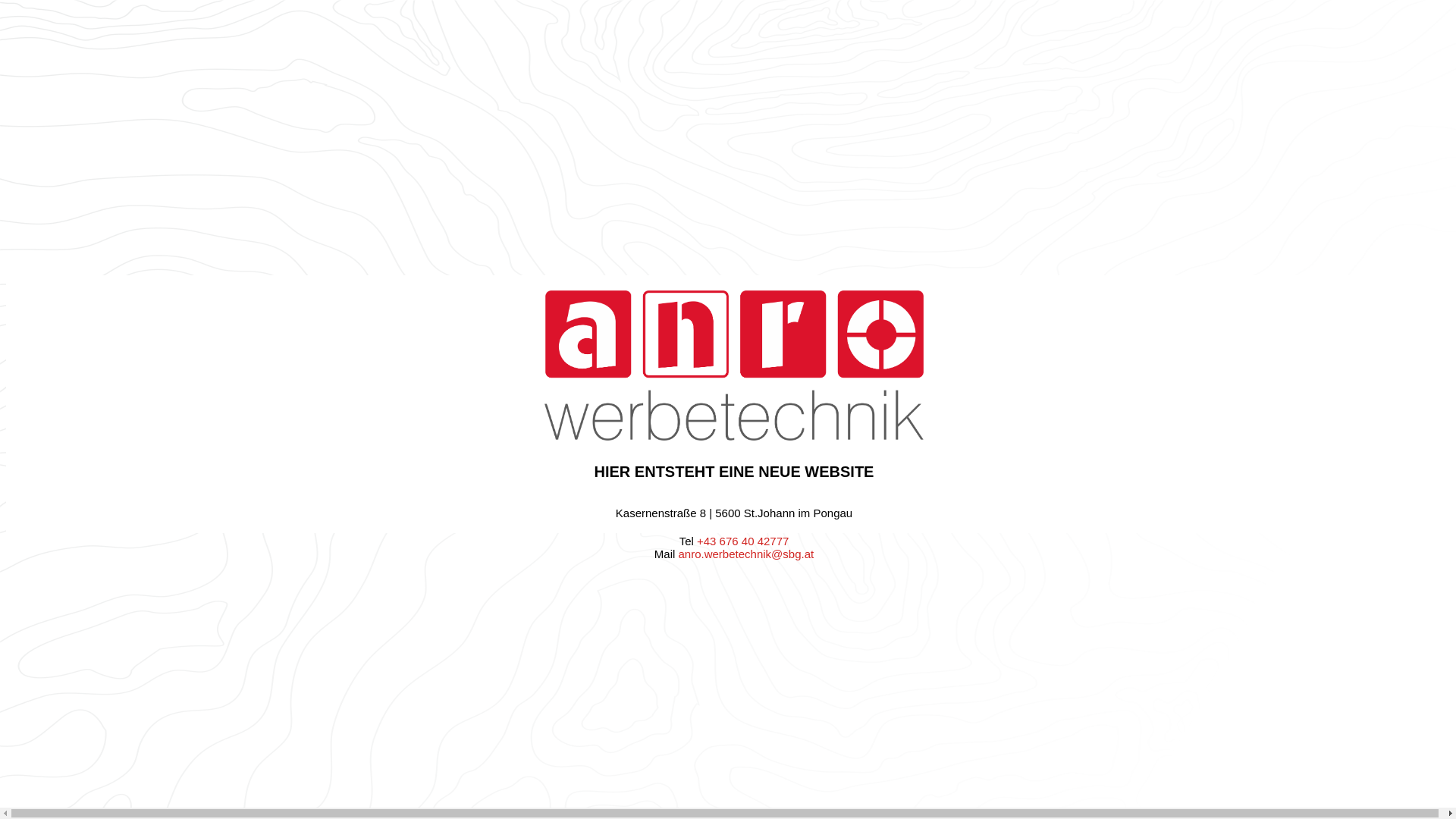  Describe the element at coordinates (742, 540) in the screenshot. I see `'+43 676 40 42777'` at that location.